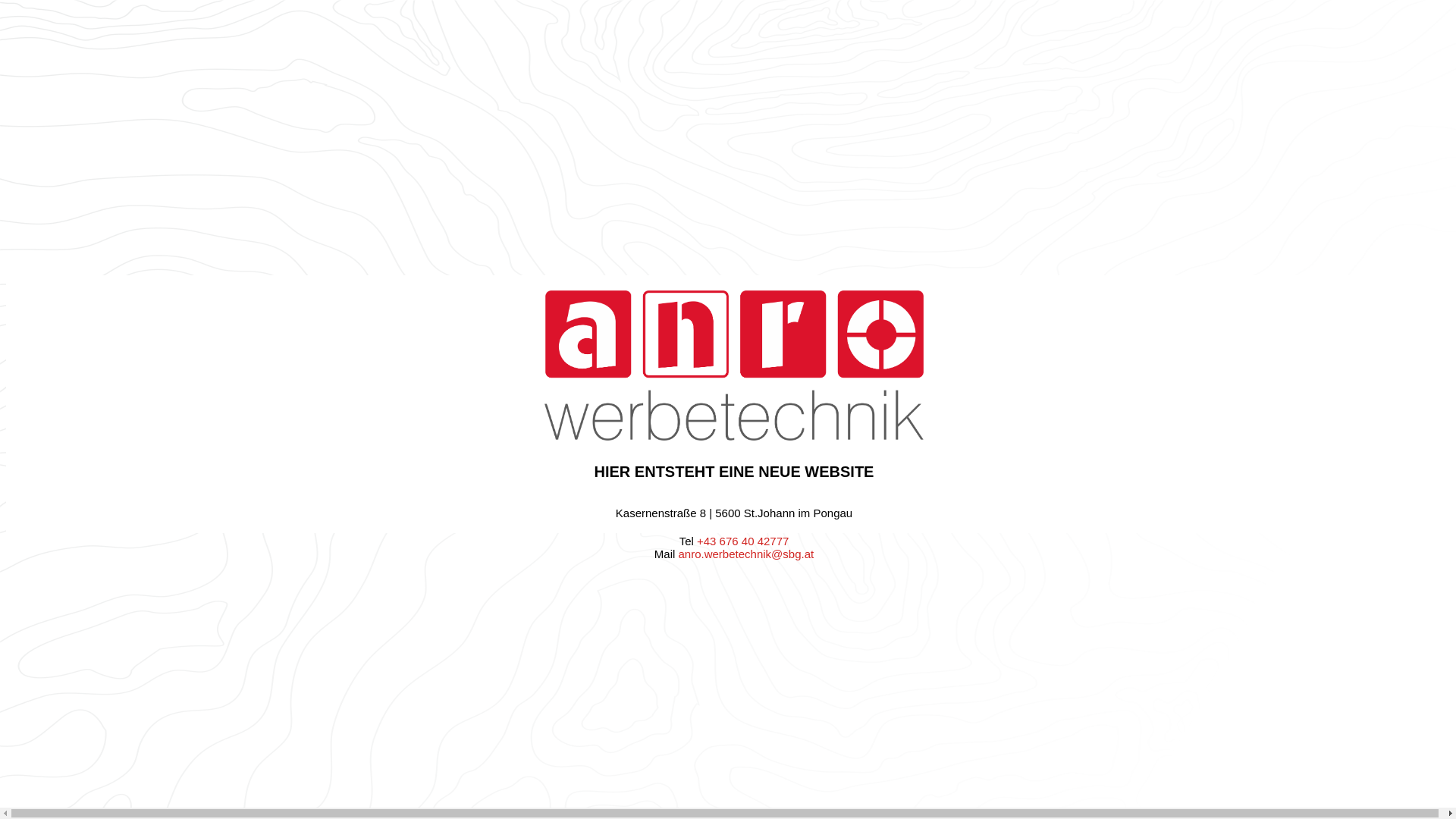  Describe the element at coordinates (742, 540) in the screenshot. I see `'+43 676 40 42777'` at that location.